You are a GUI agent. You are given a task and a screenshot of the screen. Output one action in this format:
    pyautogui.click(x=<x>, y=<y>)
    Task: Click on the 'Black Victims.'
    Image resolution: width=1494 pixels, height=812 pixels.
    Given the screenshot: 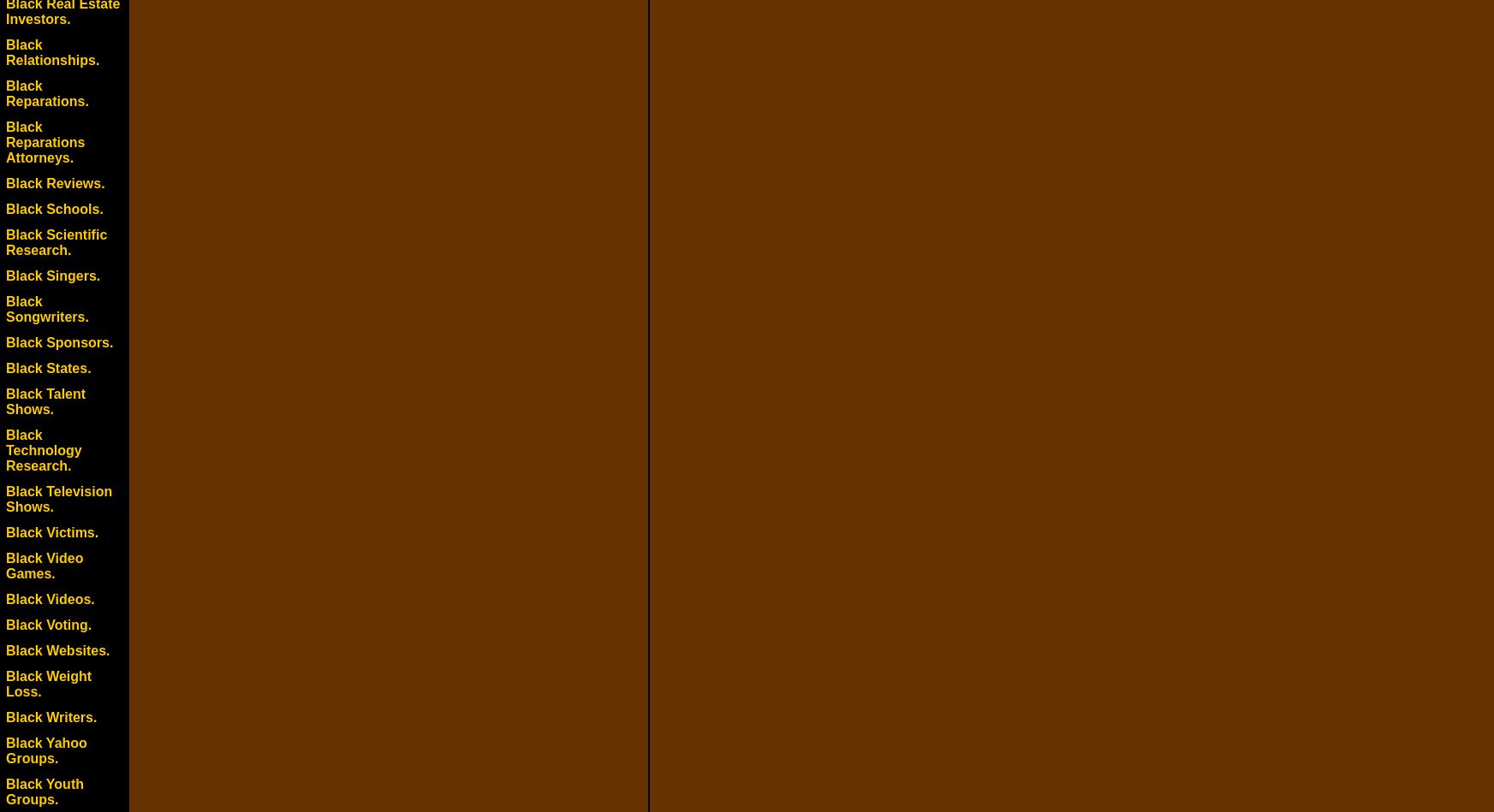 What is the action you would take?
    pyautogui.click(x=4, y=531)
    